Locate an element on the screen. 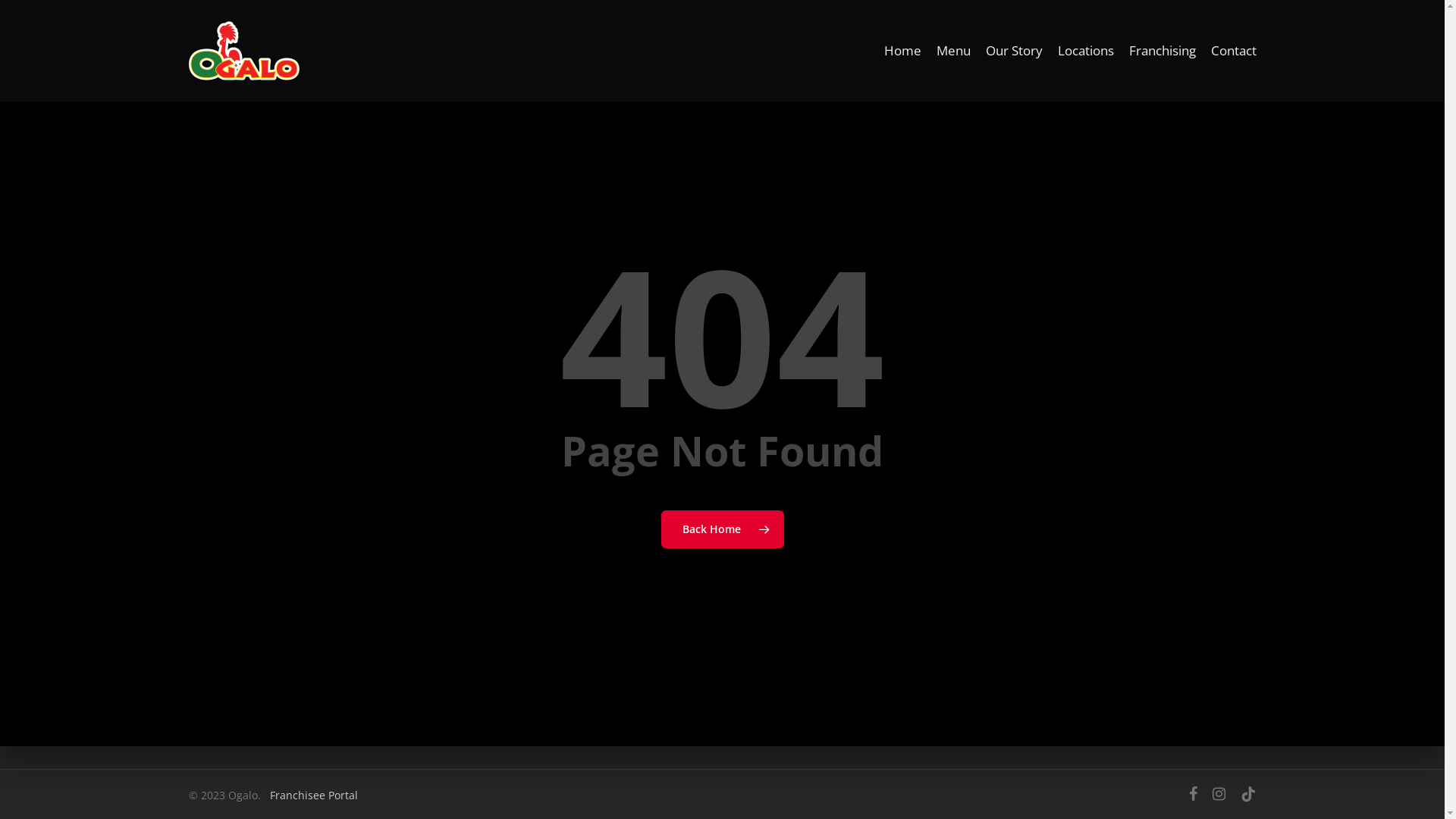  'Back Home' is located at coordinates (722, 529).